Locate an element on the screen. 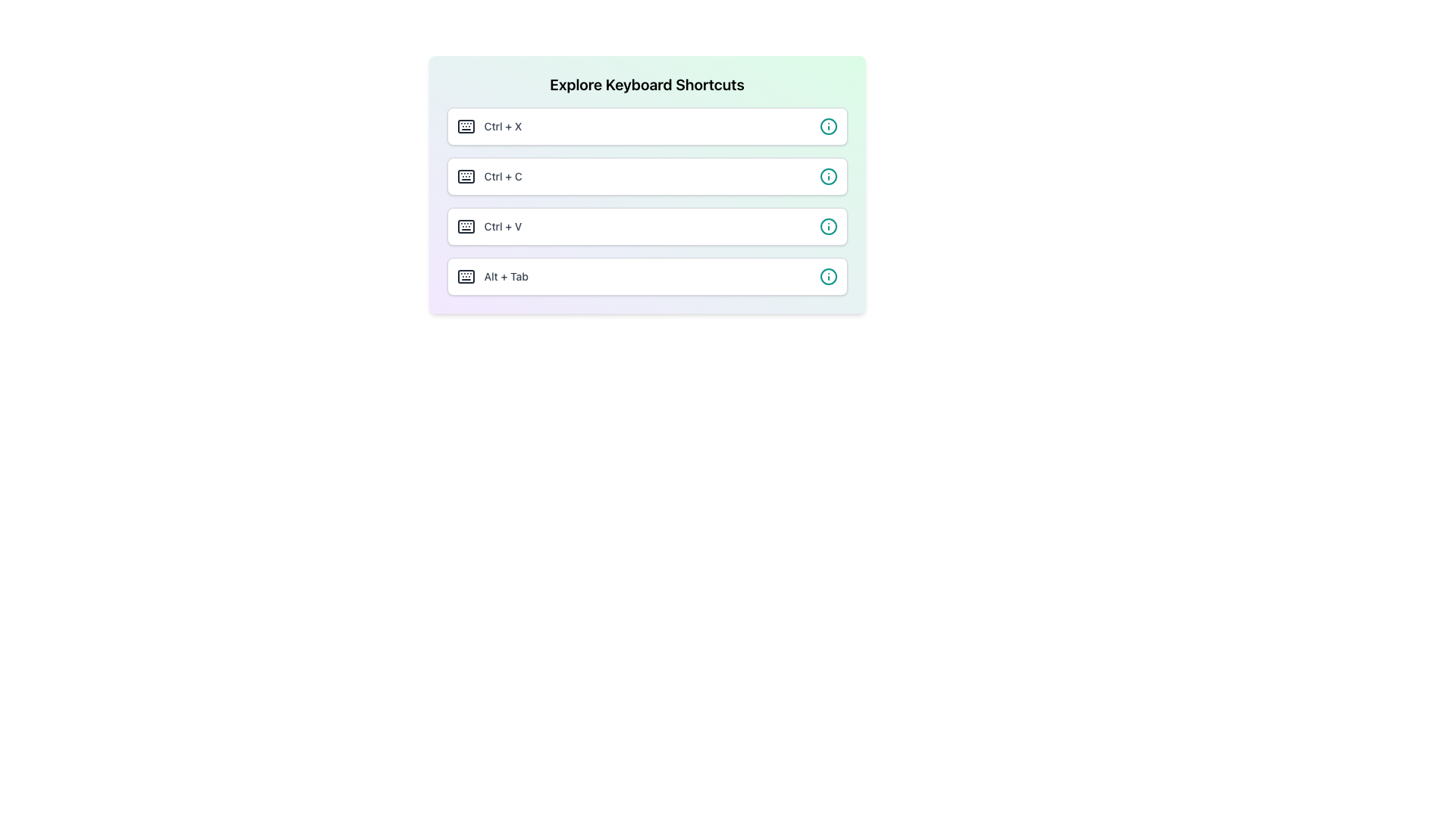 The height and width of the screenshot is (819, 1456). the small keyboard icon with a dark gray stroke outline, which is located to the left of the 'Ctrl + X' text in the vertical list of keyboard shortcuts is located at coordinates (465, 125).